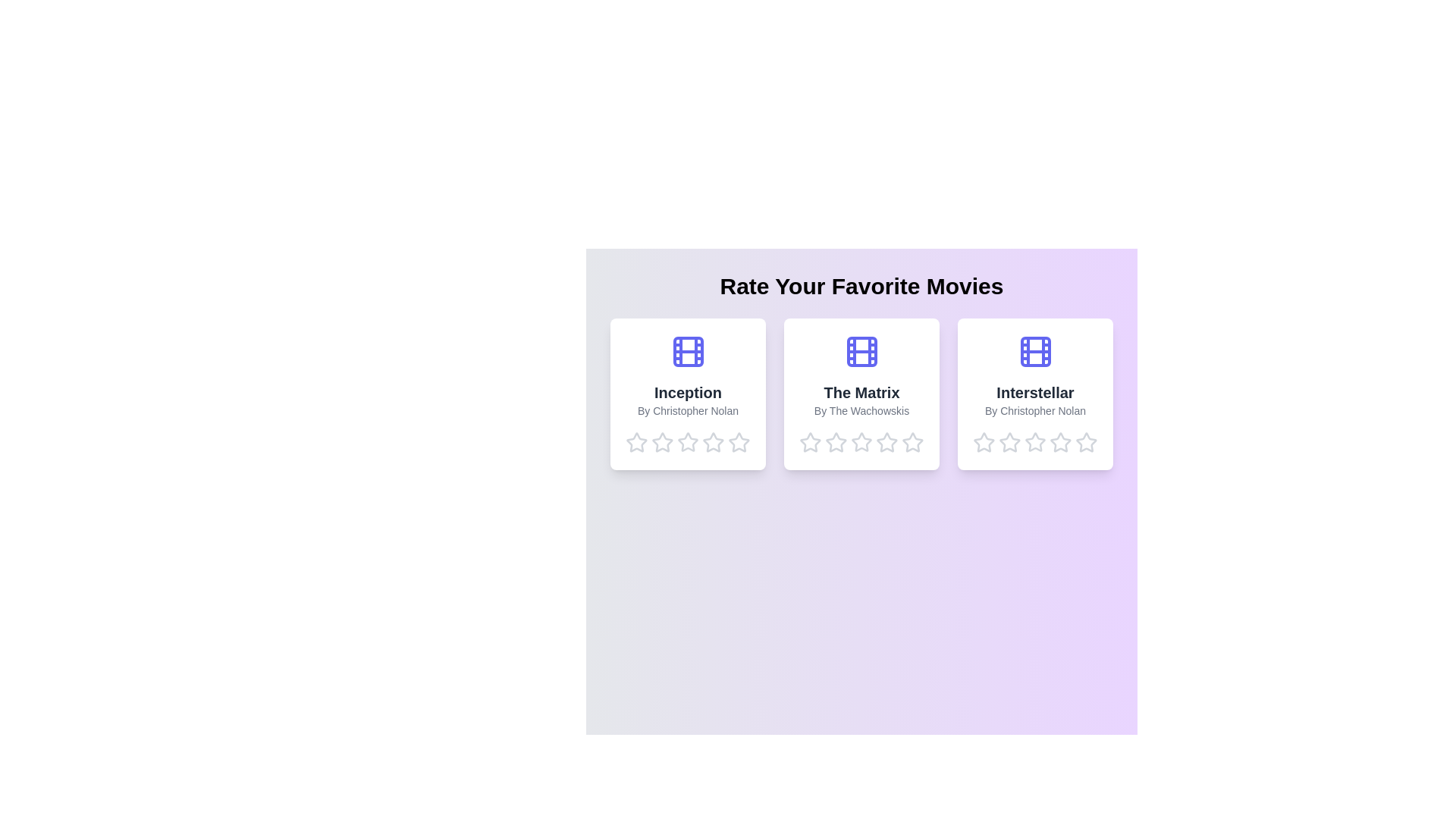 The image size is (1456, 819). What do you see at coordinates (887, 442) in the screenshot?
I see `the star corresponding to 4 stars for the movie The Matrix` at bounding box center [887, 442].